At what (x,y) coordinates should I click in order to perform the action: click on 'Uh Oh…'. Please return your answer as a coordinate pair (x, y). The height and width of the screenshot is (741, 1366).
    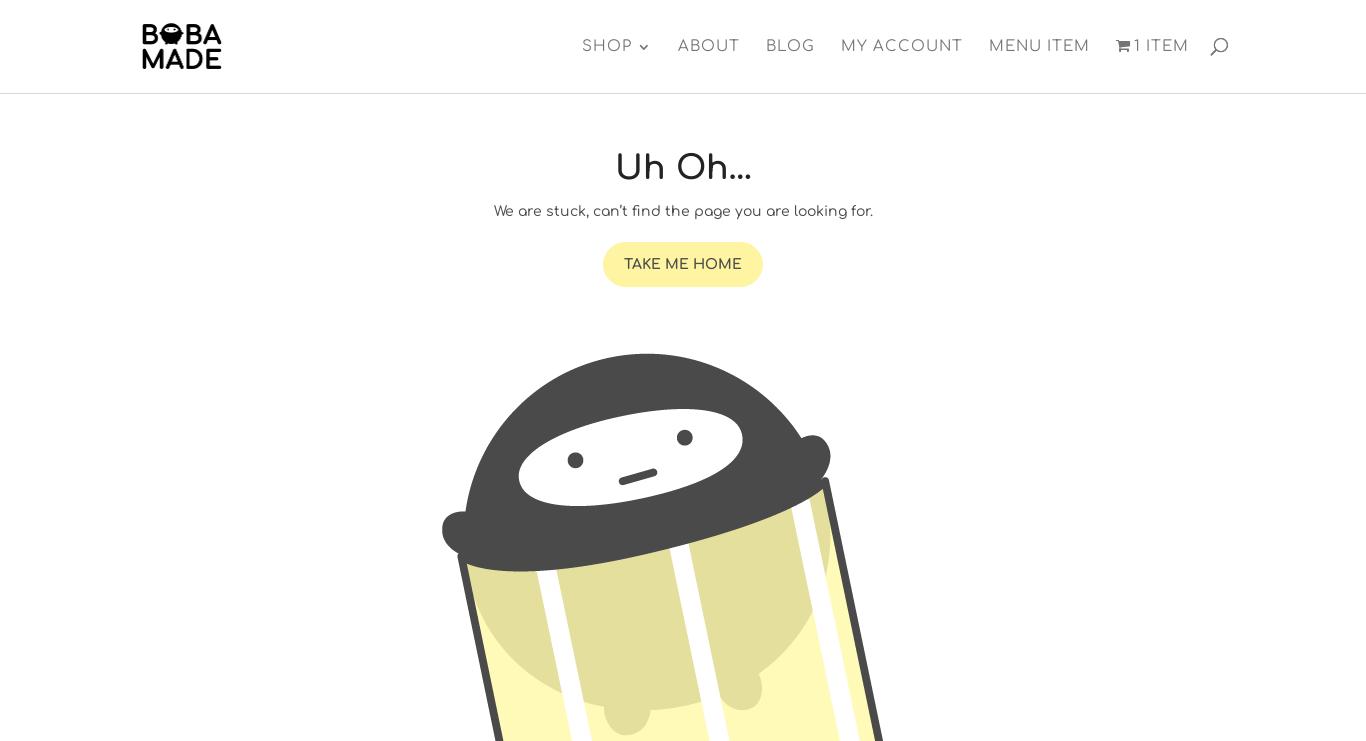
    Looking at the image, I should click on (681, 168).